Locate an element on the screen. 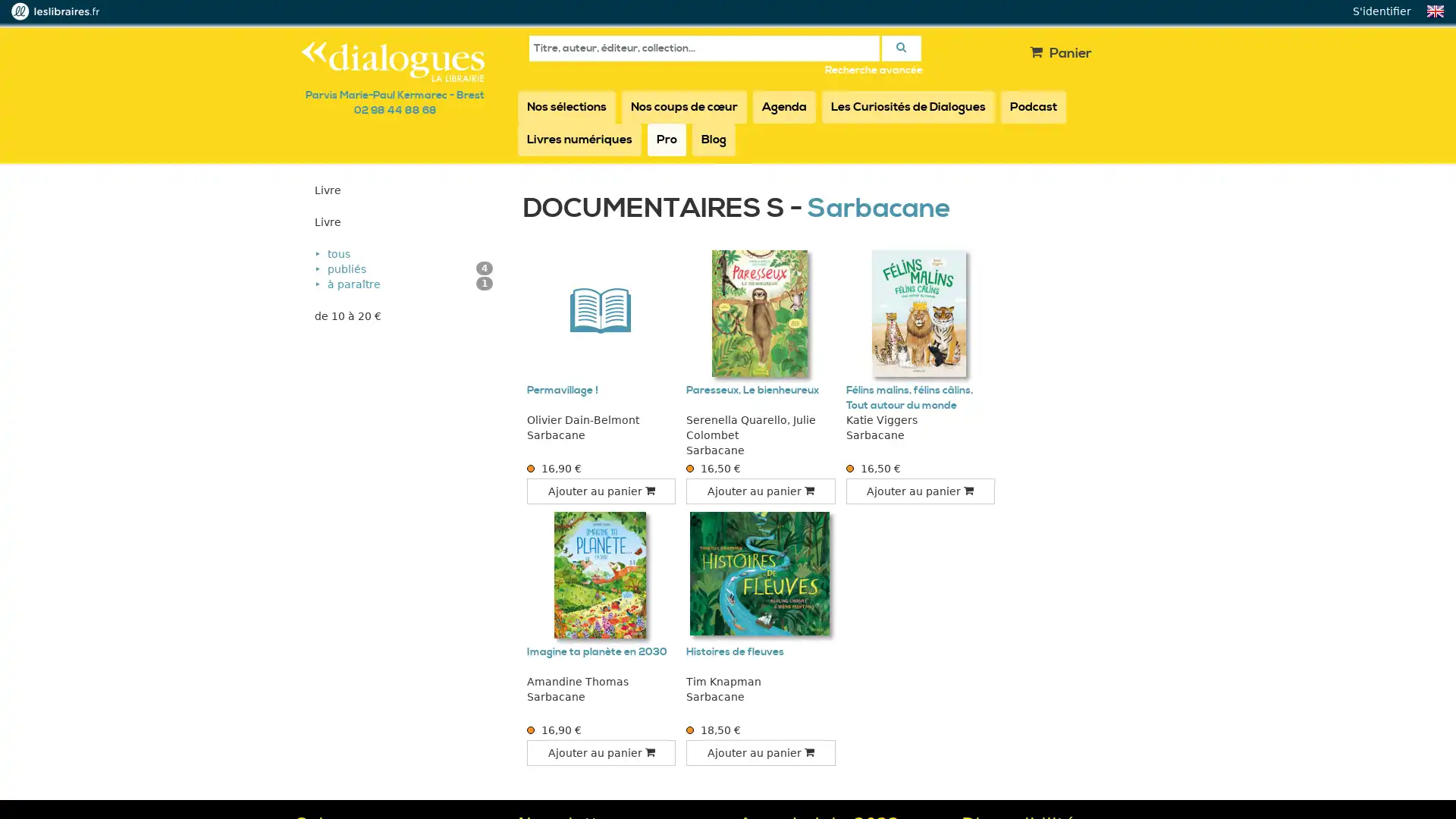  Ajouter au panier is located at coordinates (600, 491).